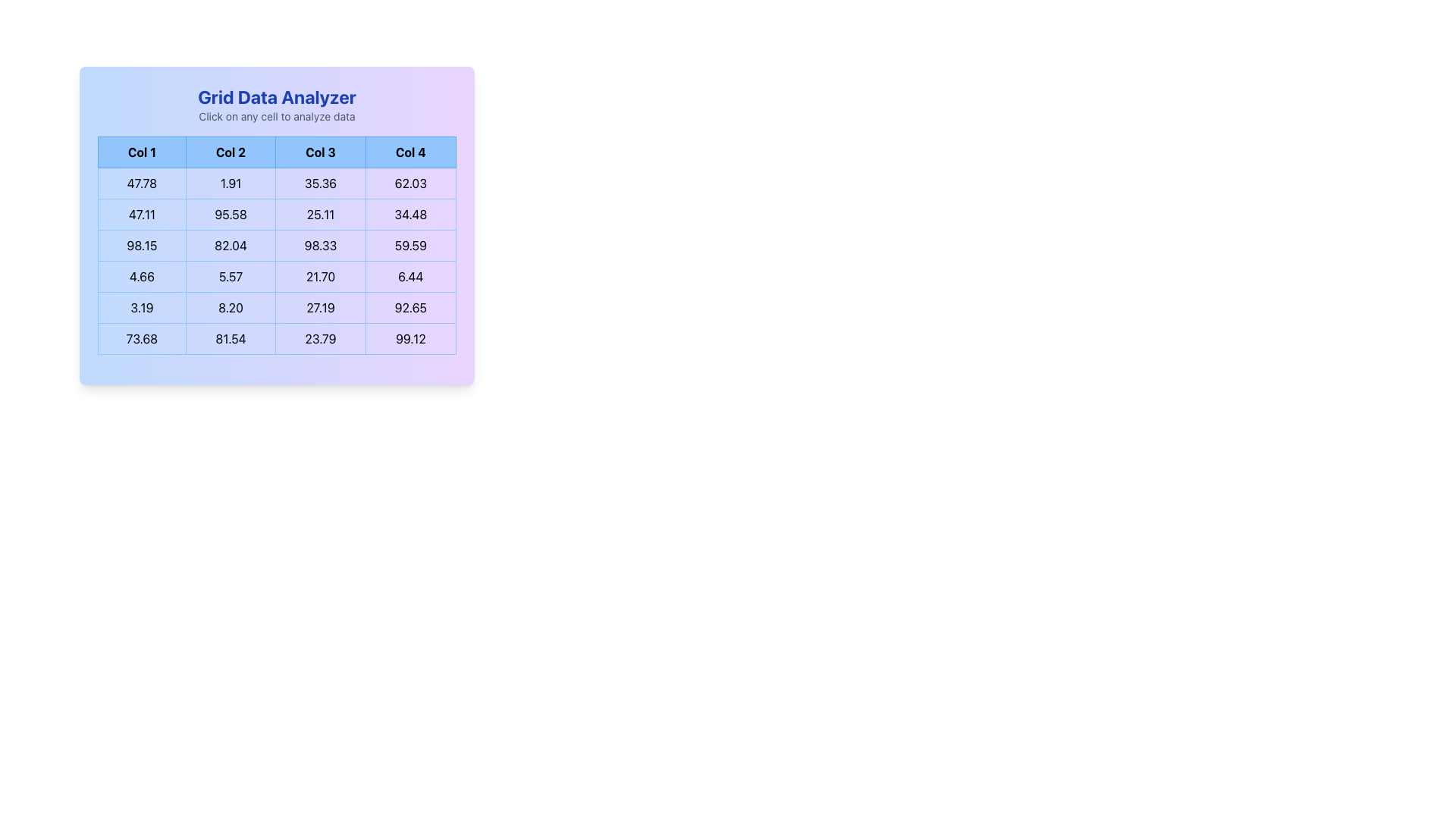 This screenshot has height=819, width=1456. I want to click on the header cell representing the third column in the table, located between 'Col 2' and 'Col 4', so click(319, 152).